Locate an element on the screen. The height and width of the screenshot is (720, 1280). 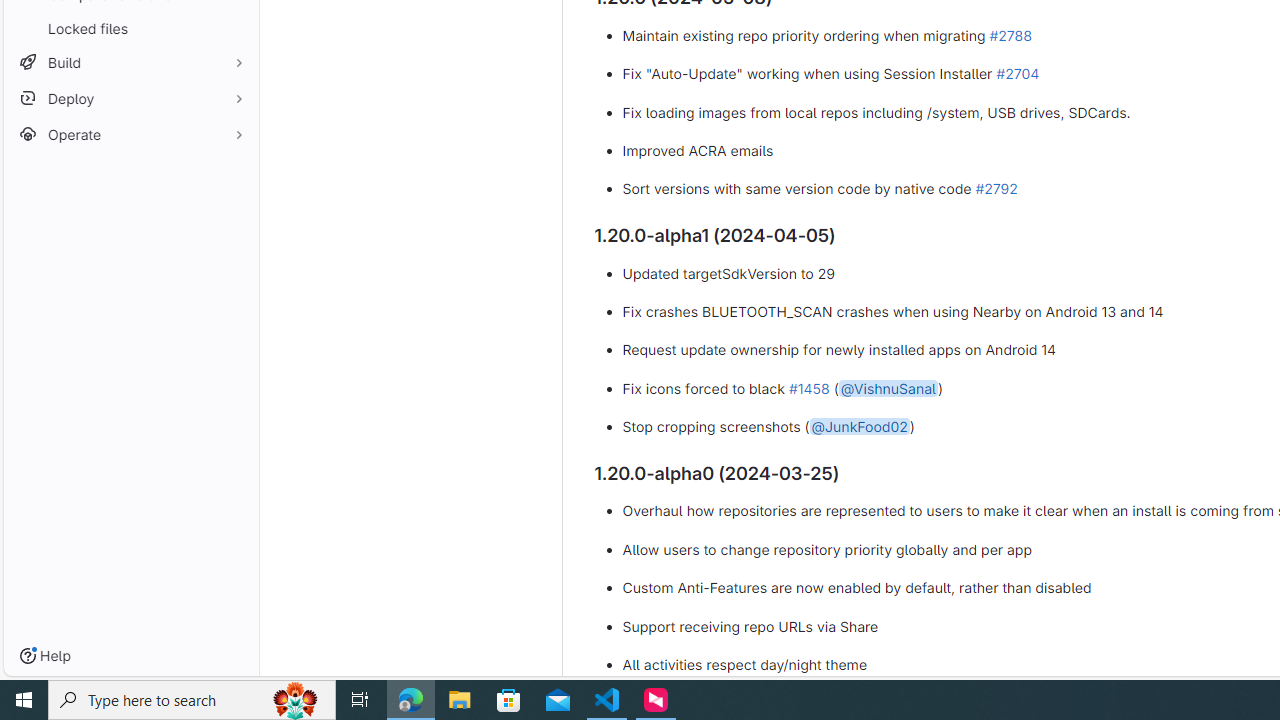
'Microsoft Store' is located at coordinates (509, 698).